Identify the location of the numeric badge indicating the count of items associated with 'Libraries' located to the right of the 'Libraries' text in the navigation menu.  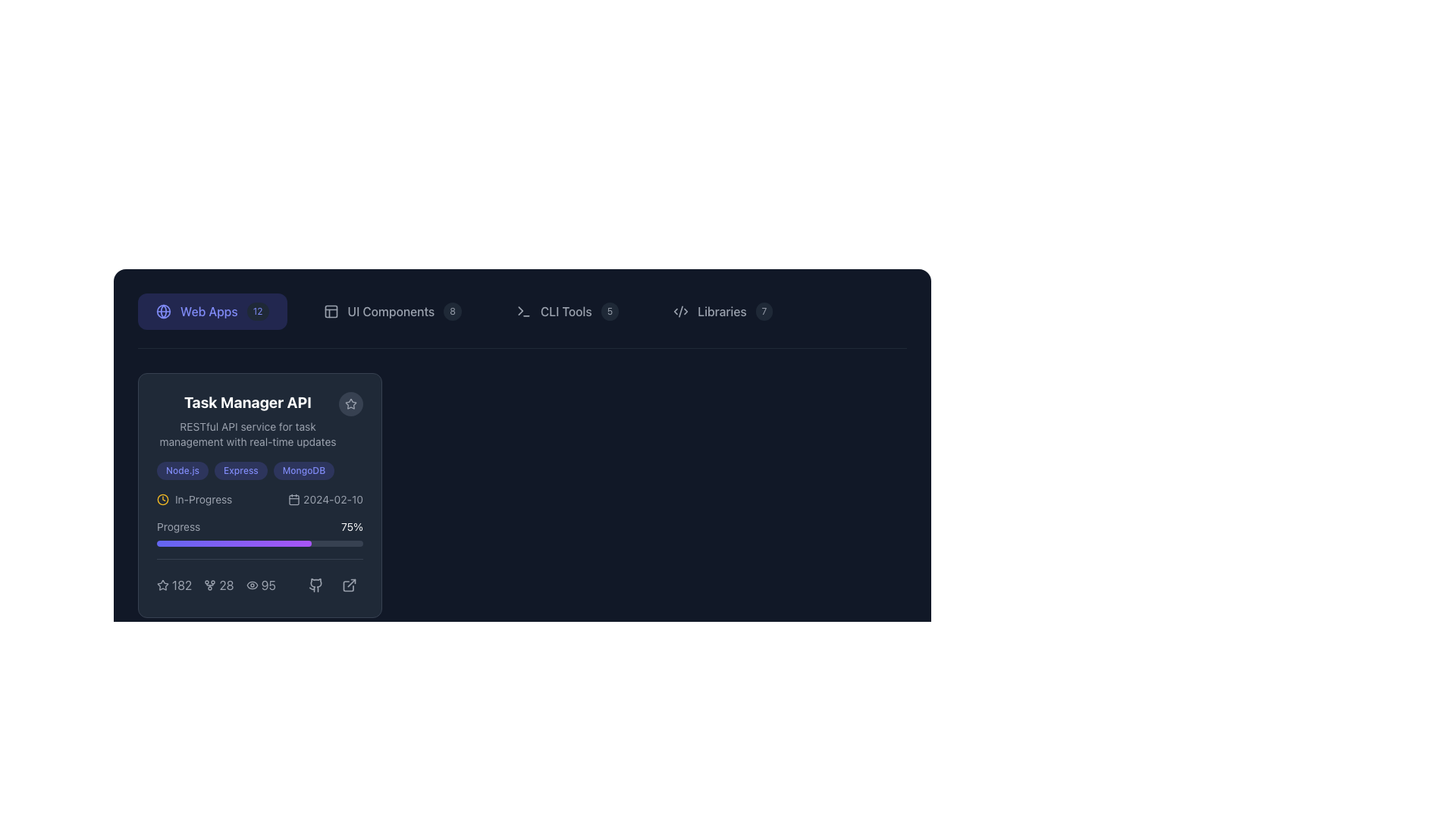
(764, 311).